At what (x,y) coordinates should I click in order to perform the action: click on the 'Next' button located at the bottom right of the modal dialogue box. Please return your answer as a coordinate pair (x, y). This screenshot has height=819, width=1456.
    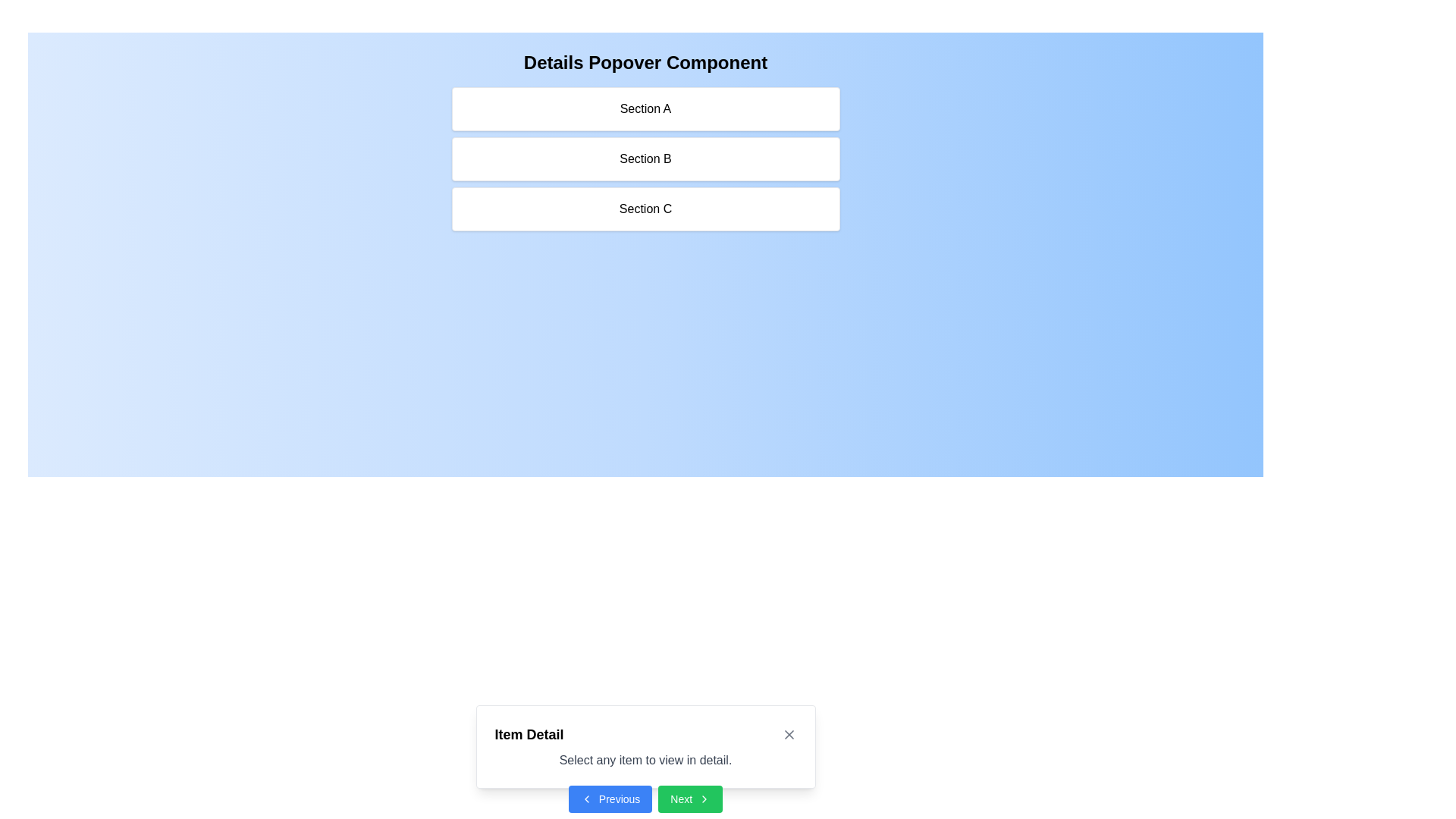
    Looking at the image, I should click on (689, 798).